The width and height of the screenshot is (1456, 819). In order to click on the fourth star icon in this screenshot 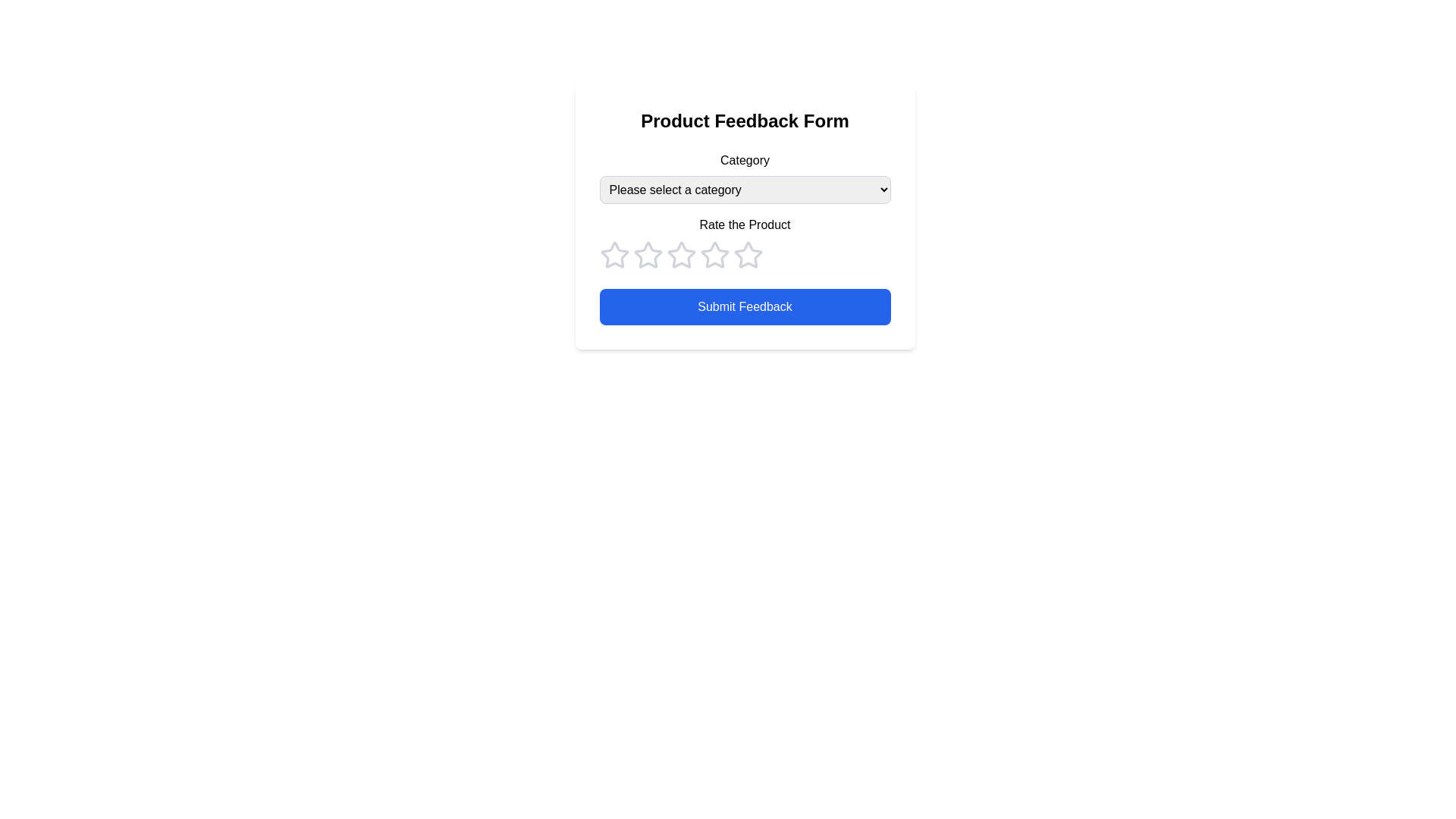, I will do `click(745, 254)`.